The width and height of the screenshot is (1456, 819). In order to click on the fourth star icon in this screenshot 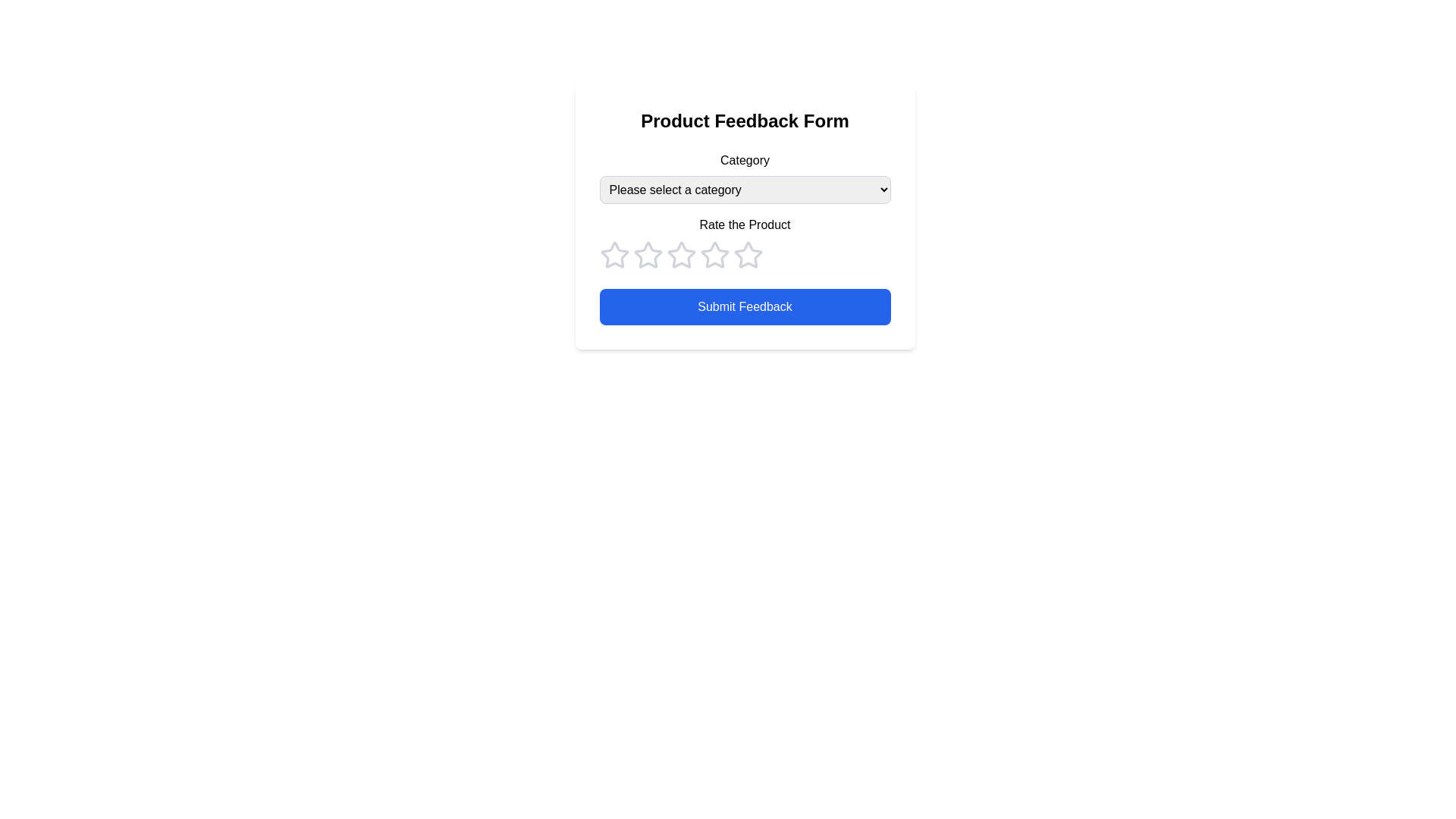, I will do `click(745, 254)`.